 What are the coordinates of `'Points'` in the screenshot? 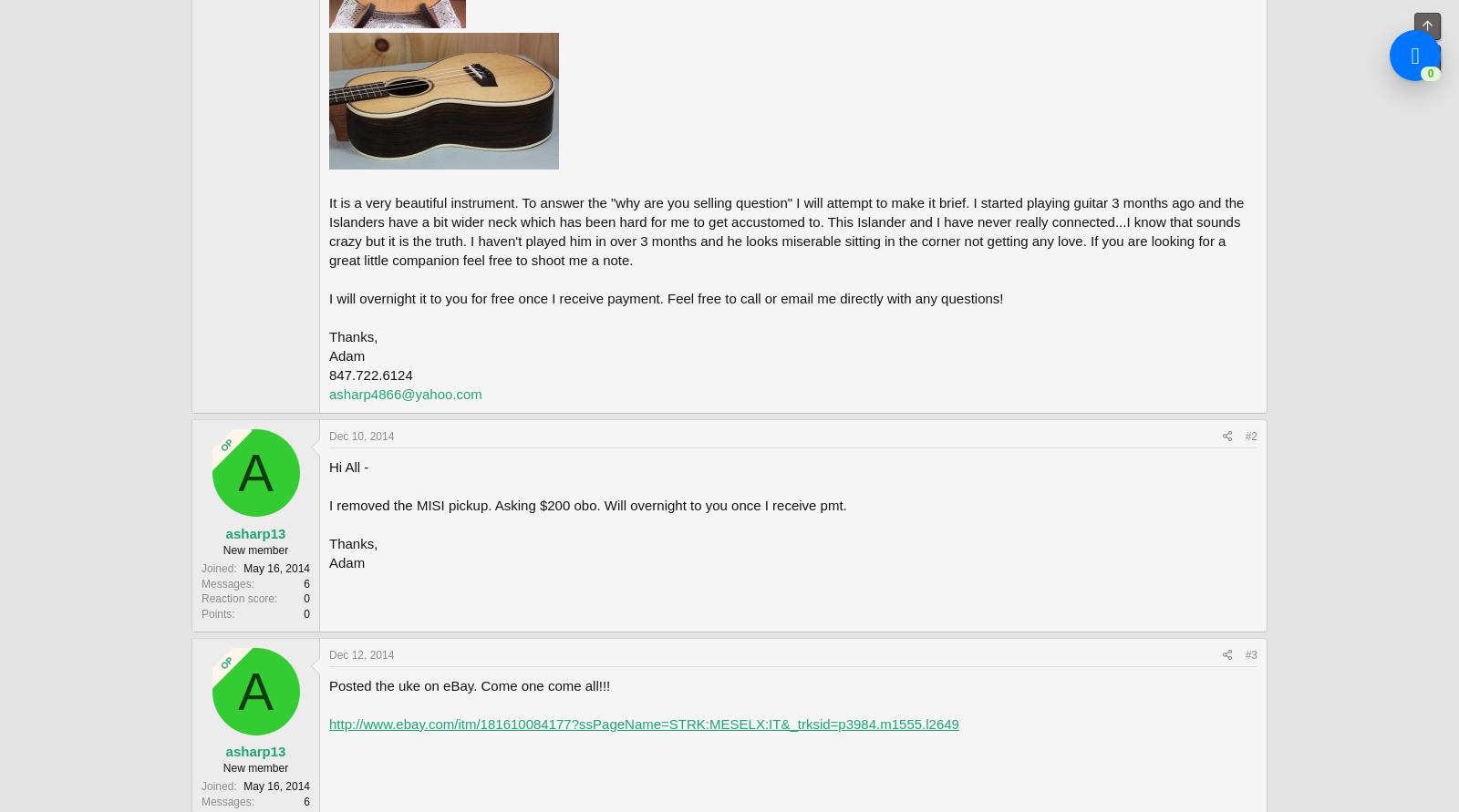 It's located at (216, 613).